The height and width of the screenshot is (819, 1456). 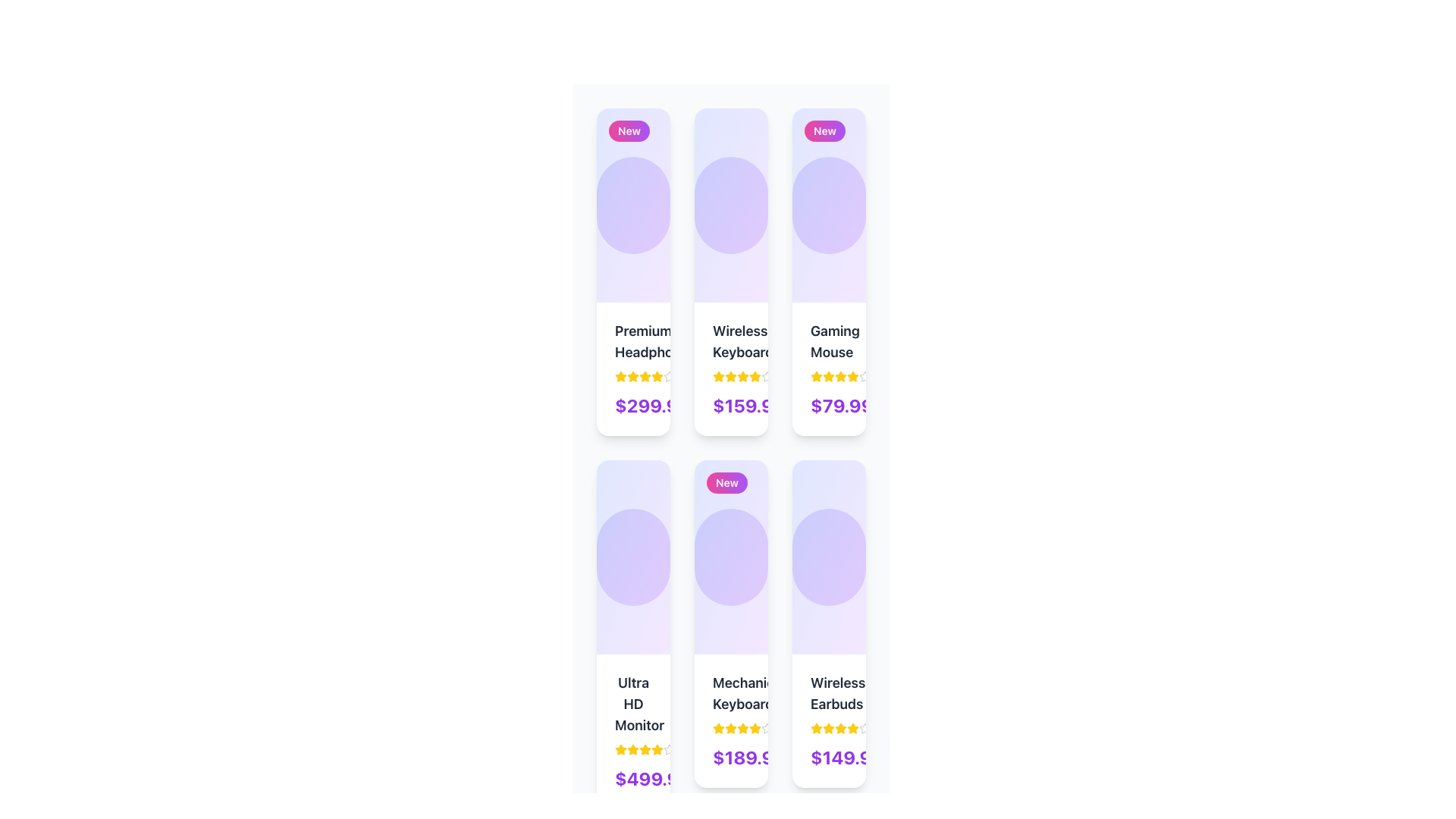 What do you see at coordinates (718, 727) in the screenshot?
I see `the second star in the rating system under the 'Mechanical Keyboard' product card to set a rating of 2 out of 5` at bounding box center [718, 727].